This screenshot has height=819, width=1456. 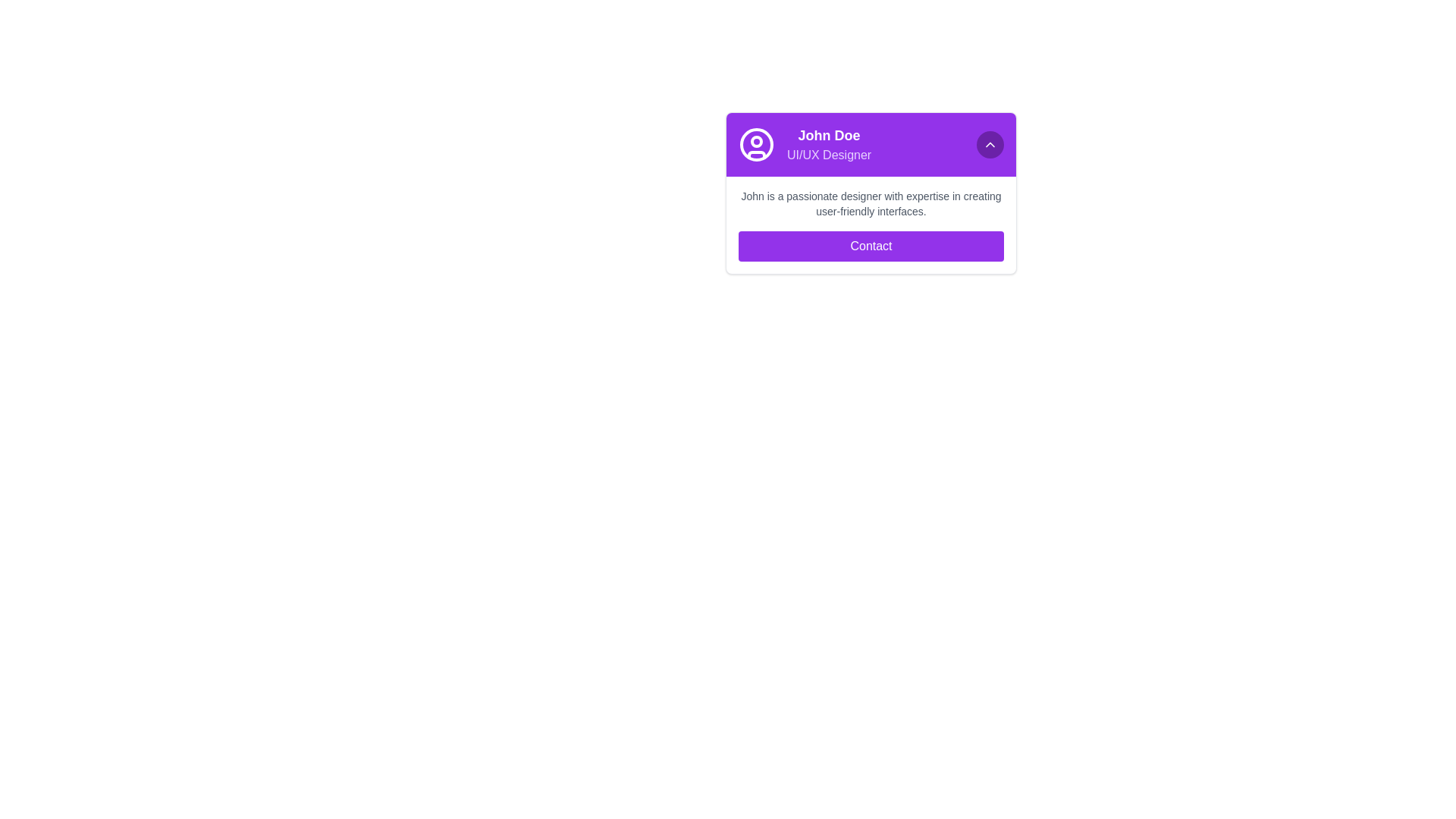 What do you see at coordinates (990, 145) in the screenshot?
I see `the button located at the top-right corner of the purple header section that contains details about 'John Doe' and their role as a UI/UX Designer` at bounding box center [990, 145].